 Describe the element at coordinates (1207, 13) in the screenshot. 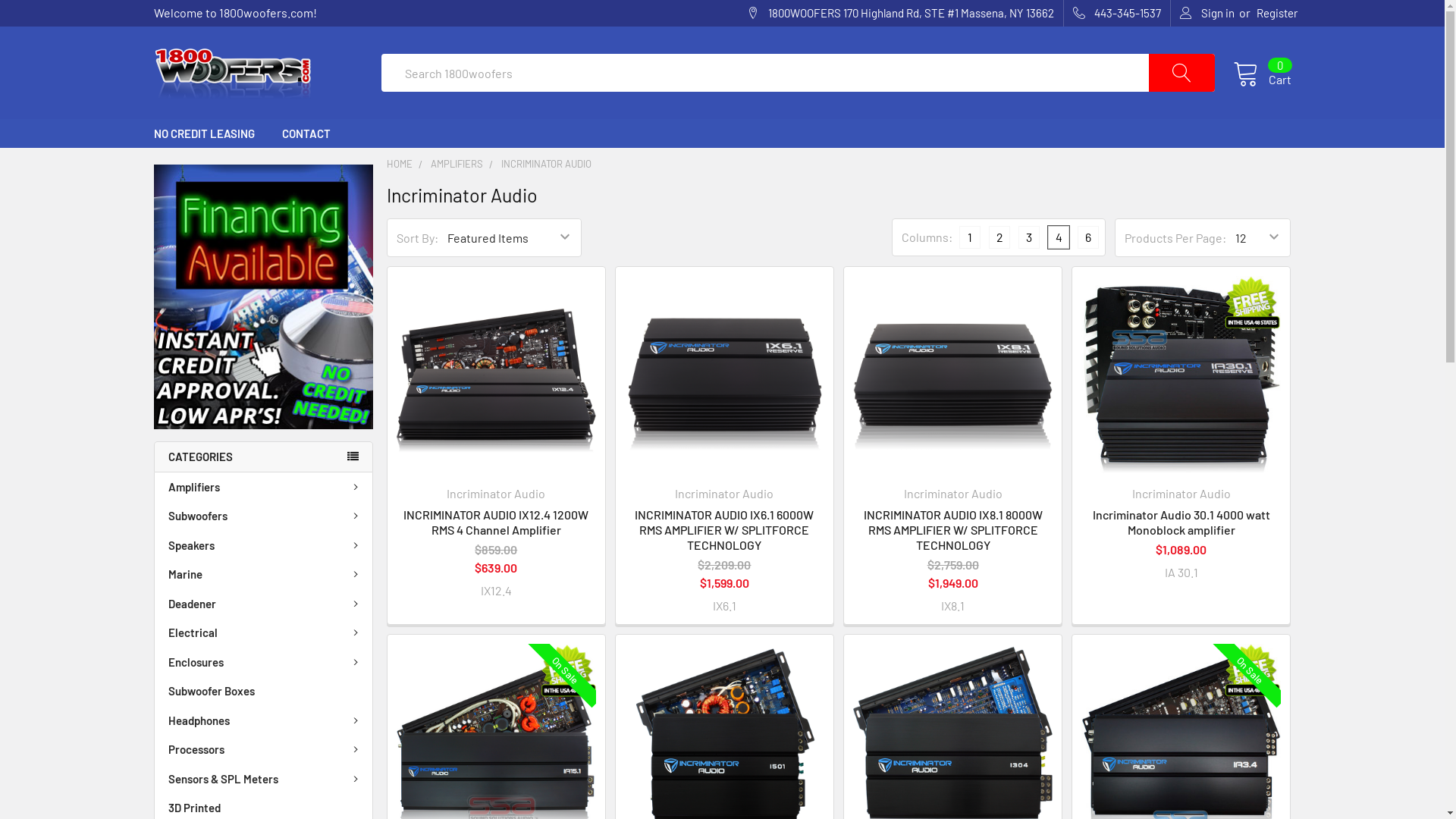

I see `'Sign in'` at that location.